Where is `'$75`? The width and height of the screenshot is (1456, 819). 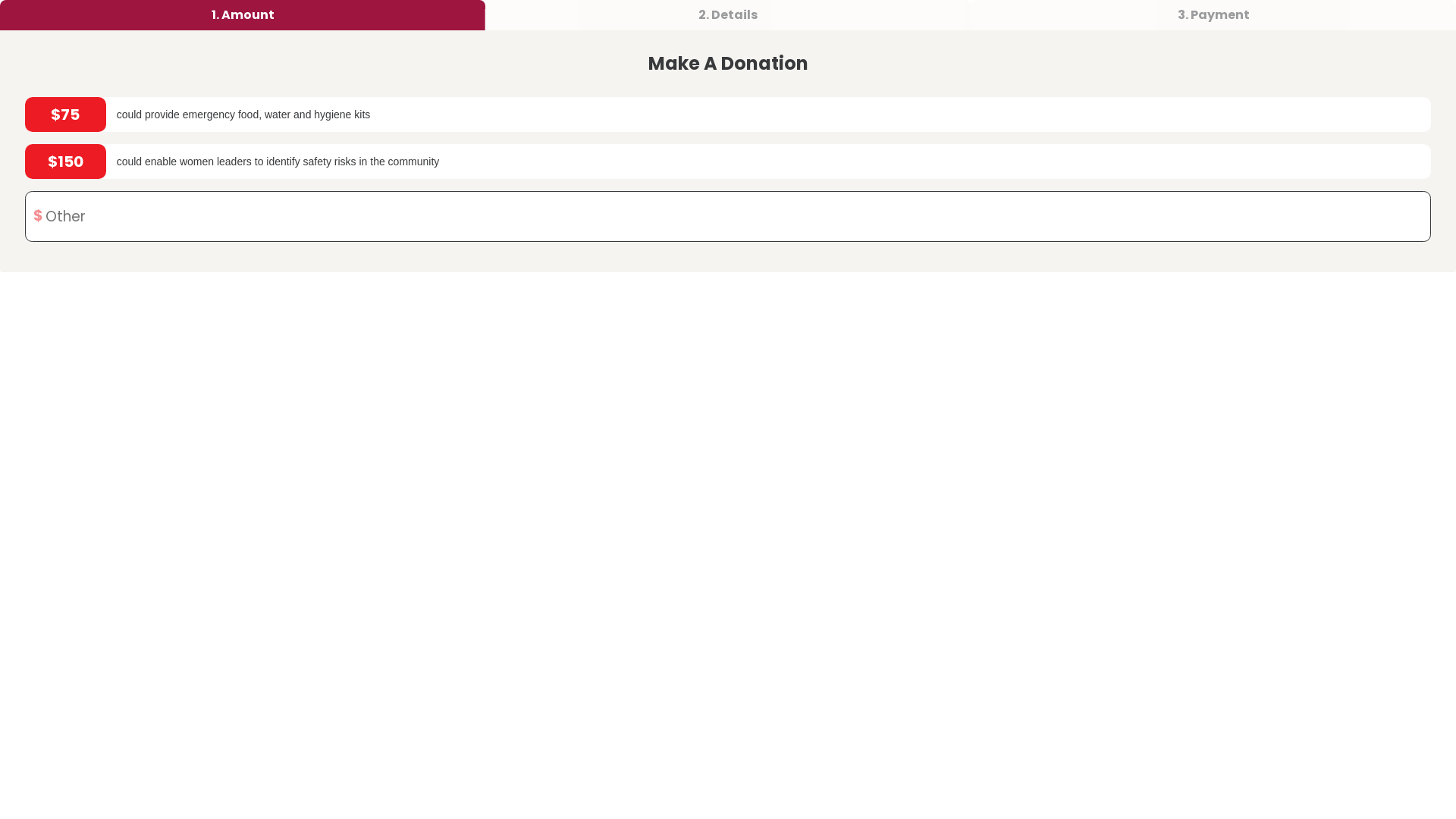 '$75 is located at coordinates (728, 113).